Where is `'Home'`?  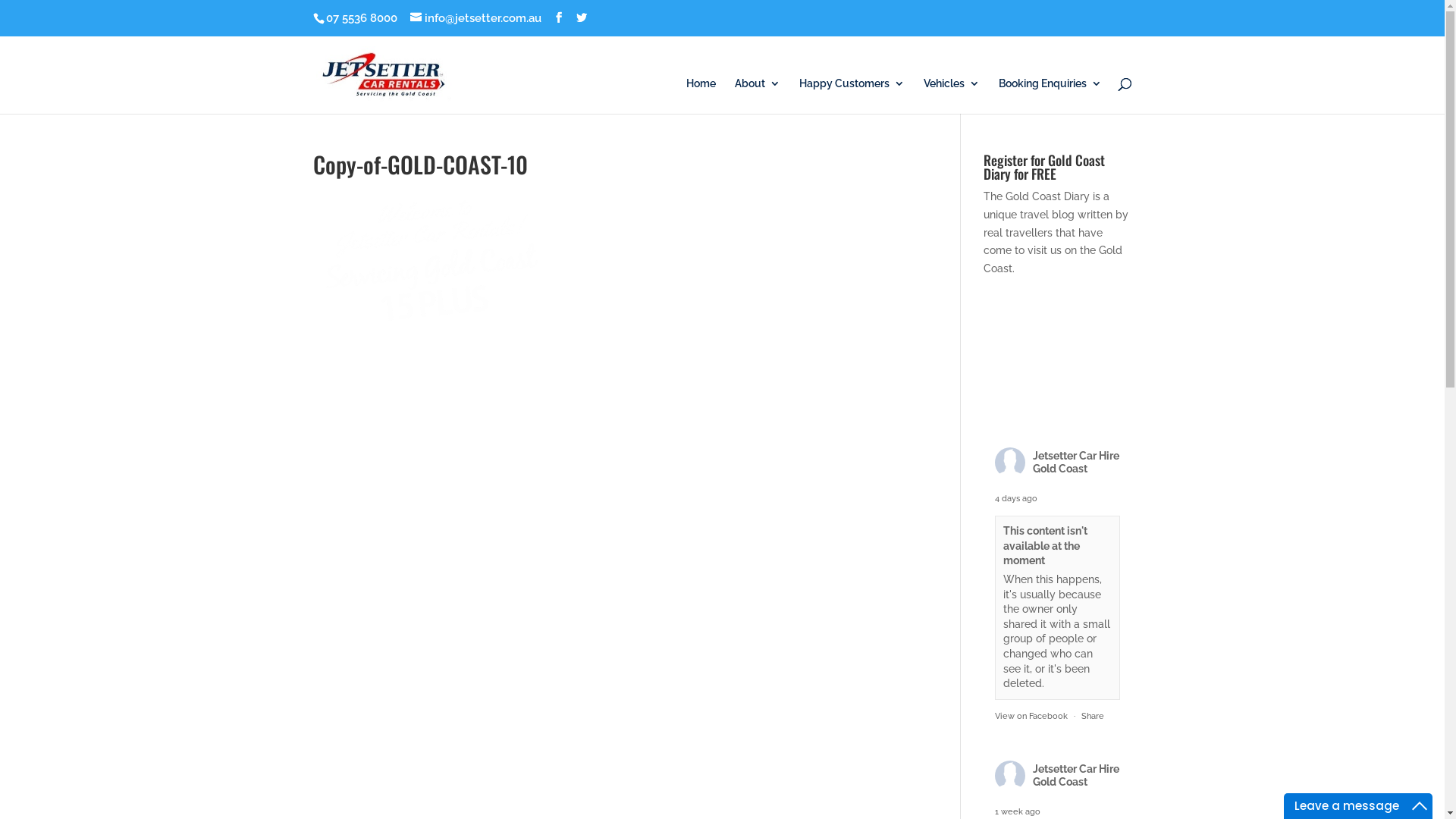
'Home' is located at coordinates (684, 95).